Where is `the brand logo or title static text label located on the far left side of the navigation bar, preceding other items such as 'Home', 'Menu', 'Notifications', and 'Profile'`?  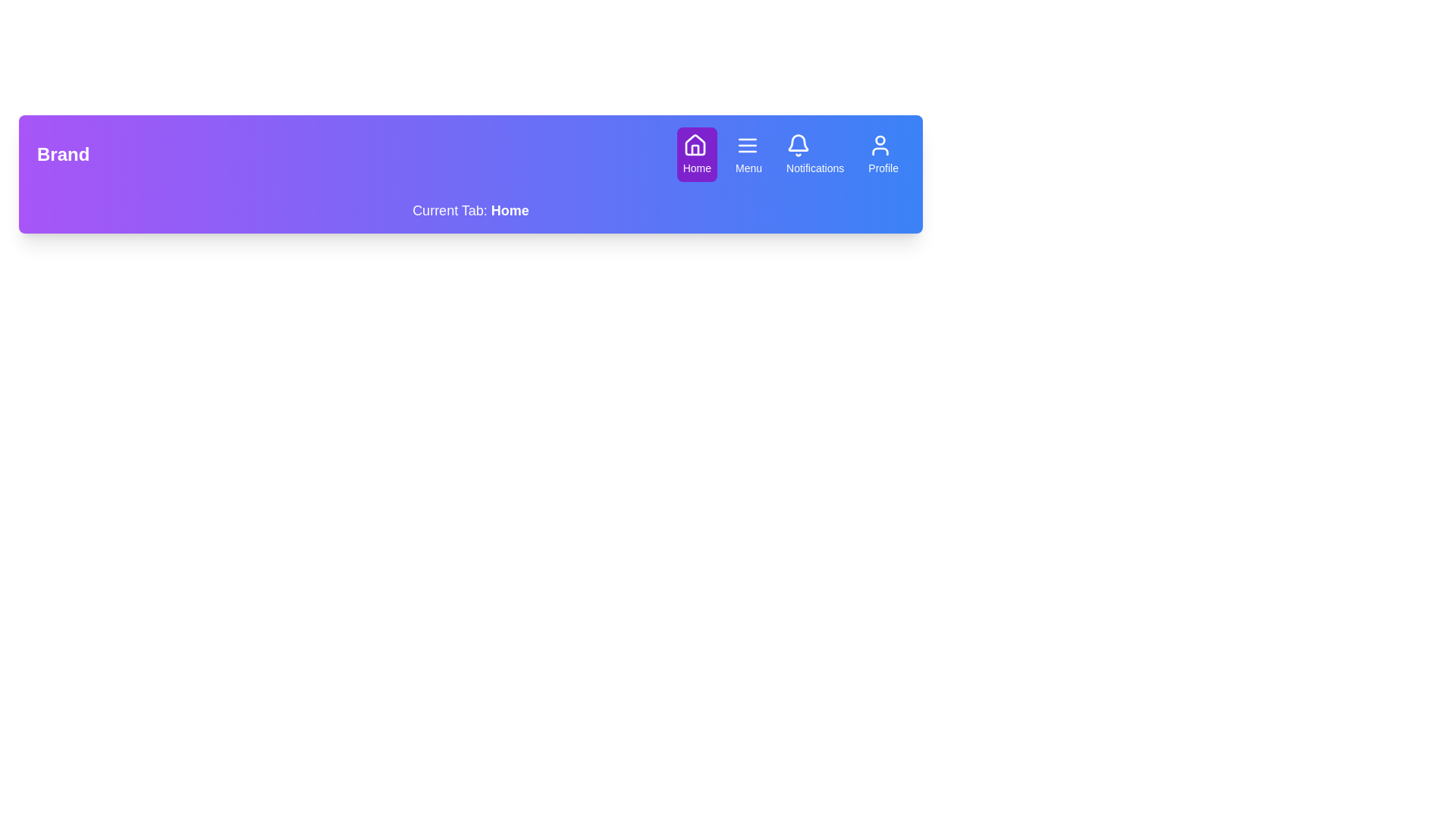 the brand logo or title static text label located on the far left side of the navigation bar, preceding other items such as 'Home', 'Menu', 'Notifications', and 'Profile' is located at coordinates (62, 155).